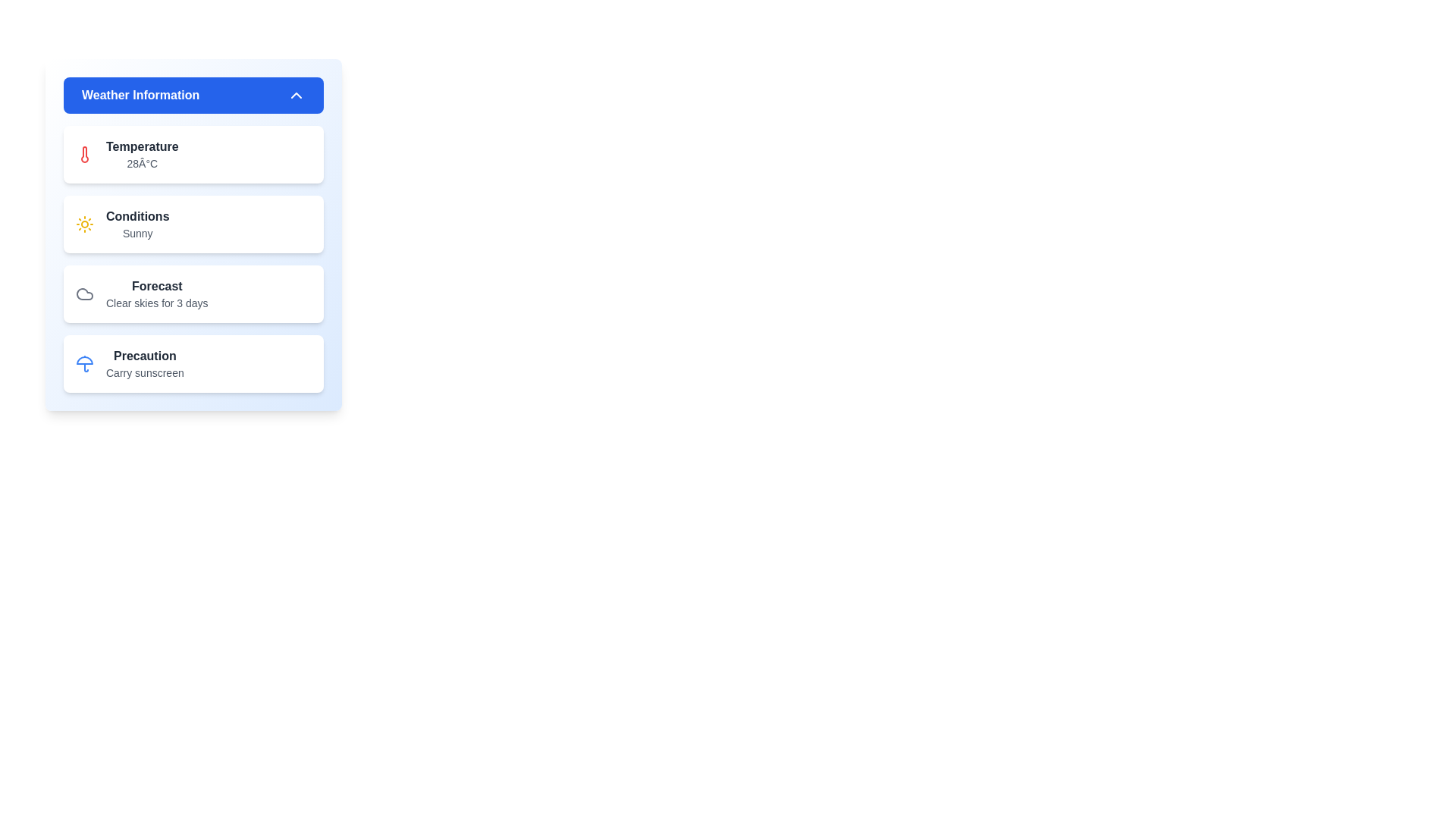 The image size is (1456, 819). Describe the element at coordinates (193, 294) in the screenshot. I see `the third Static informational card titled 'Forecast' with a subtitle 'Clear skies for 3 days' in the 'Weather Information' section` at that location.